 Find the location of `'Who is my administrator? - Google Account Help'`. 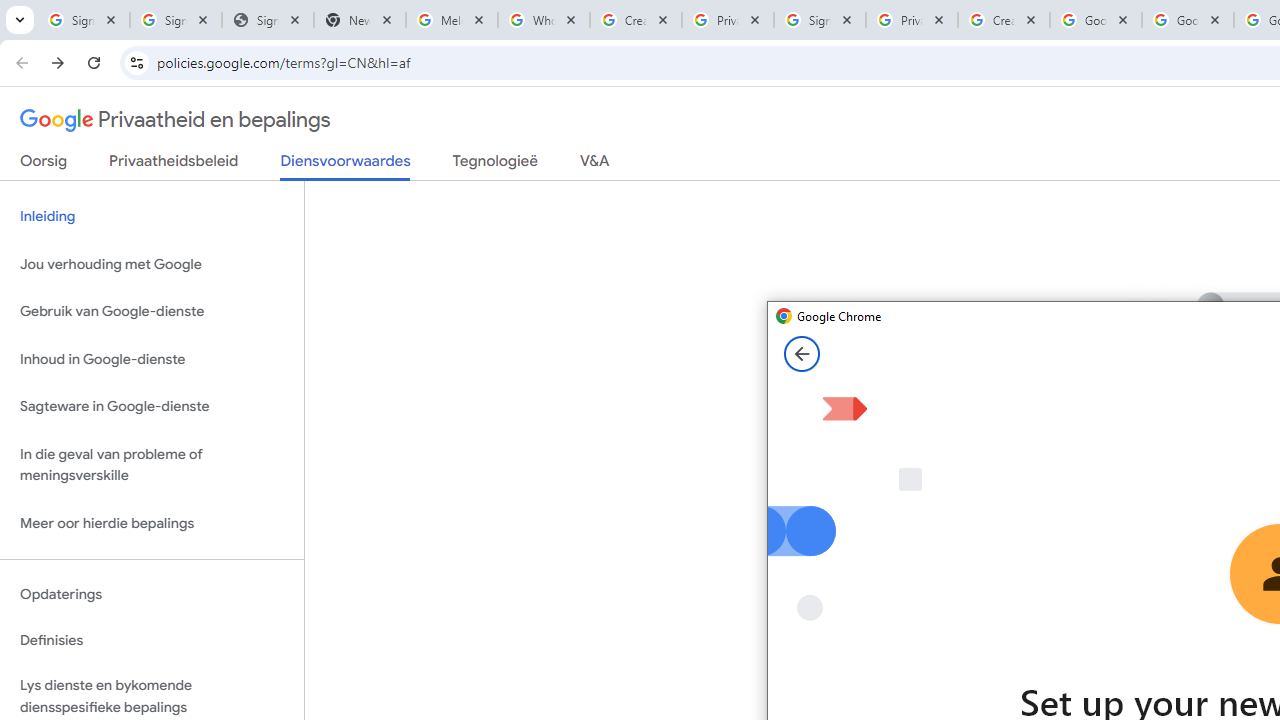

'Who is my administrator? - Google Account Help' is located at coordinates (544, 20).